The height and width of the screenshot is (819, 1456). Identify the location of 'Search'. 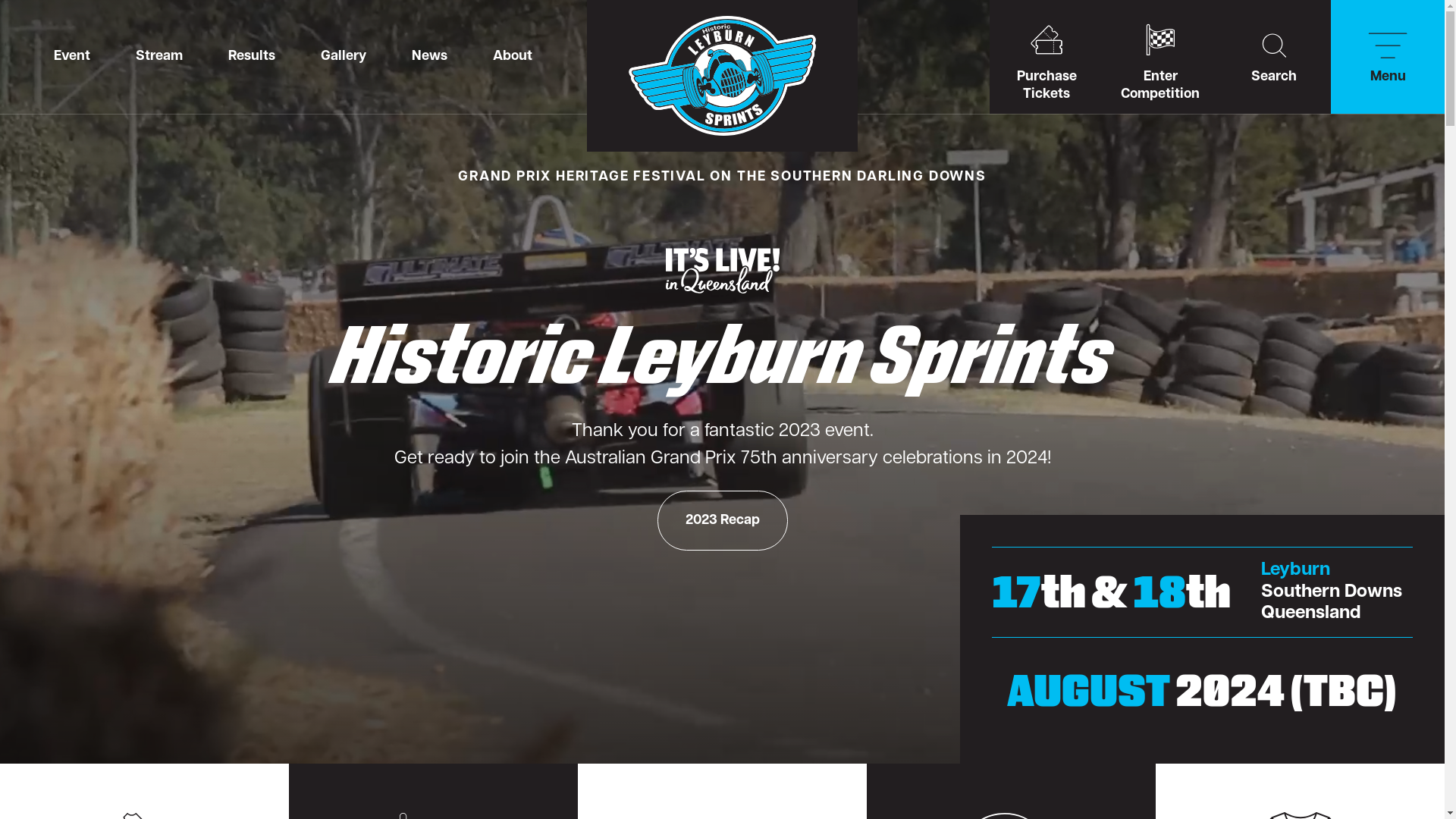
(1216, 55).